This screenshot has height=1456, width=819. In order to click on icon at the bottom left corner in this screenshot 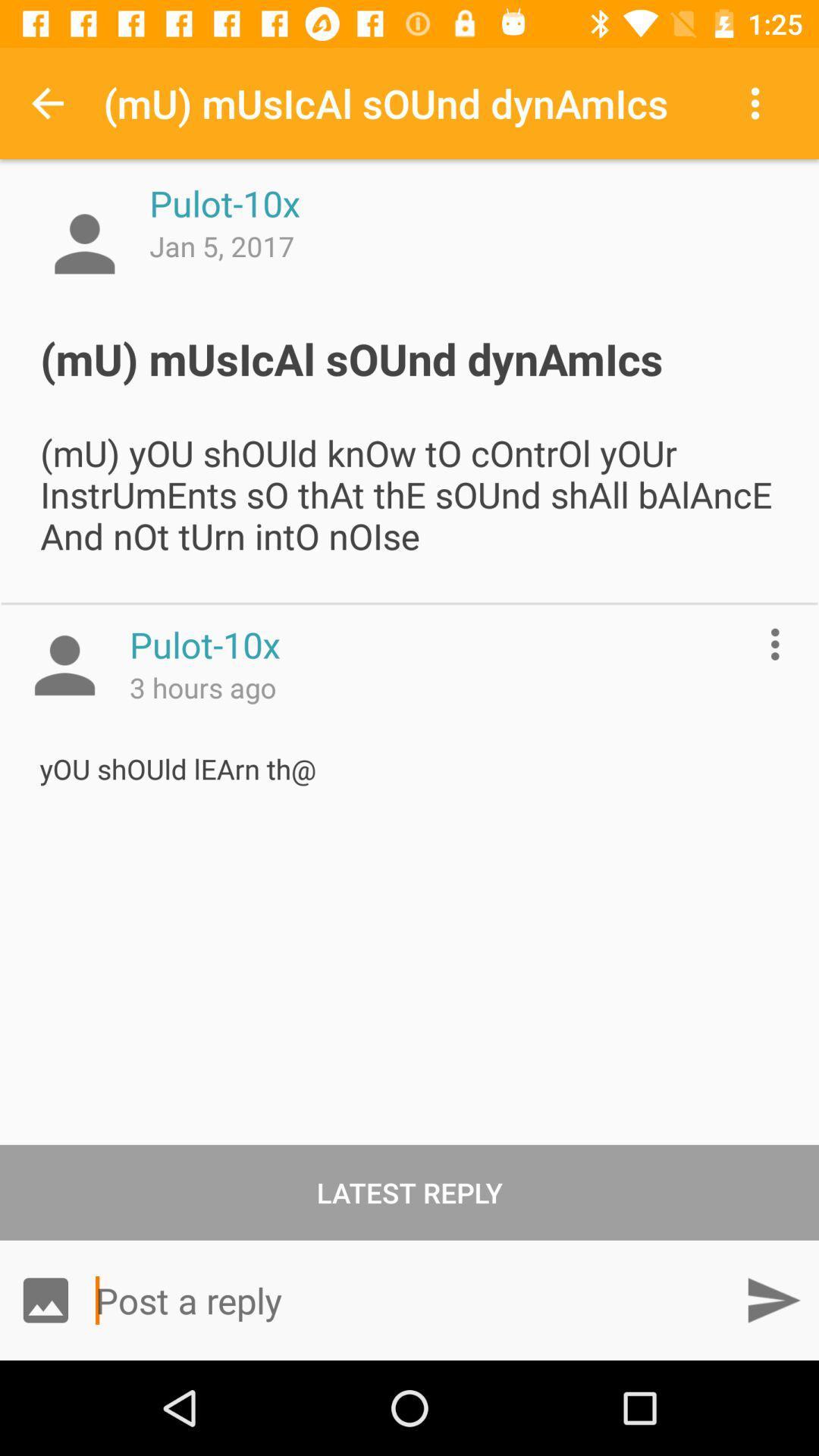, I will do `click(45, 1299)`.